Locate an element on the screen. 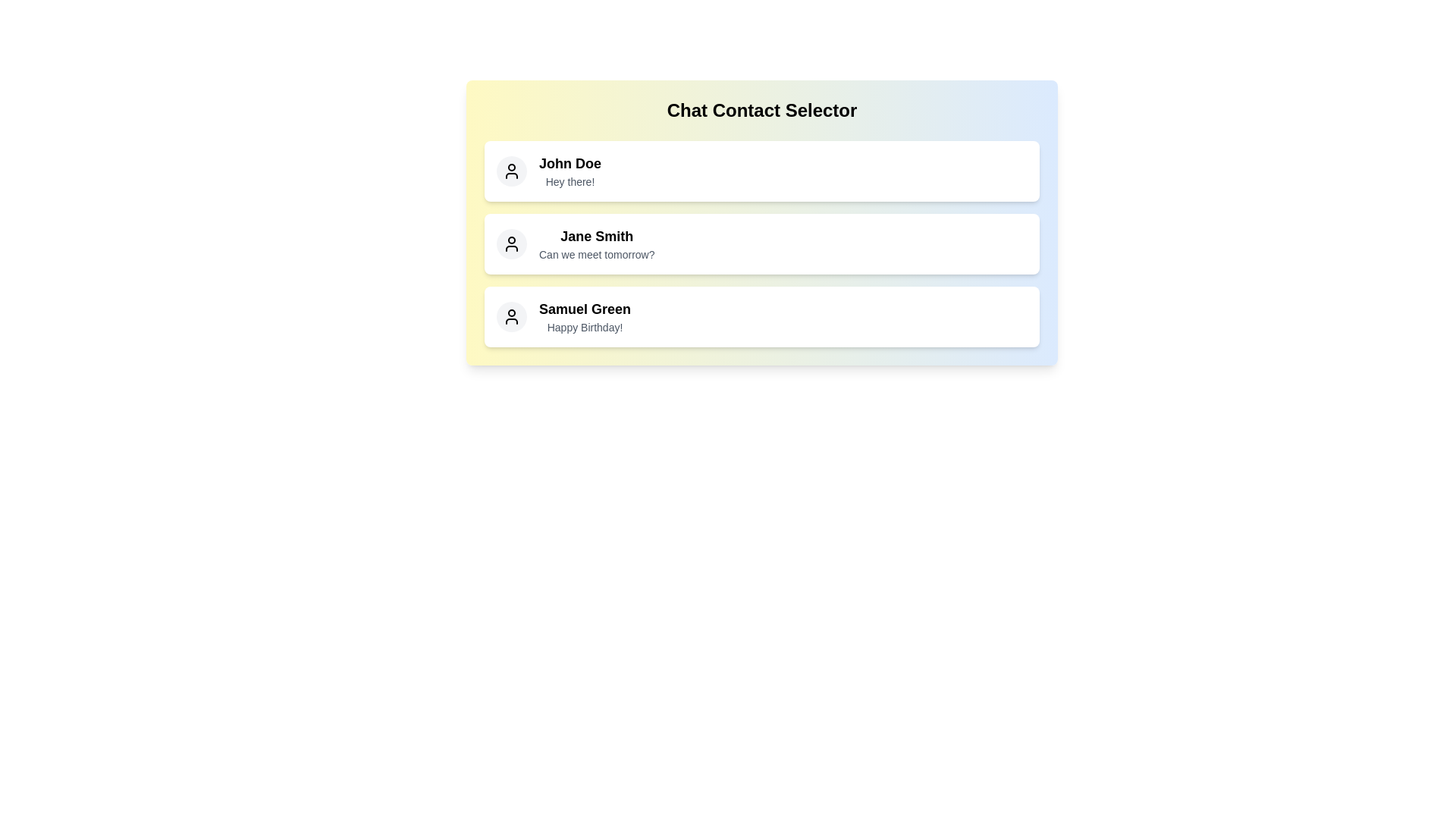  the contact named Jane Smith to select it is located at coordinates (761, 243).